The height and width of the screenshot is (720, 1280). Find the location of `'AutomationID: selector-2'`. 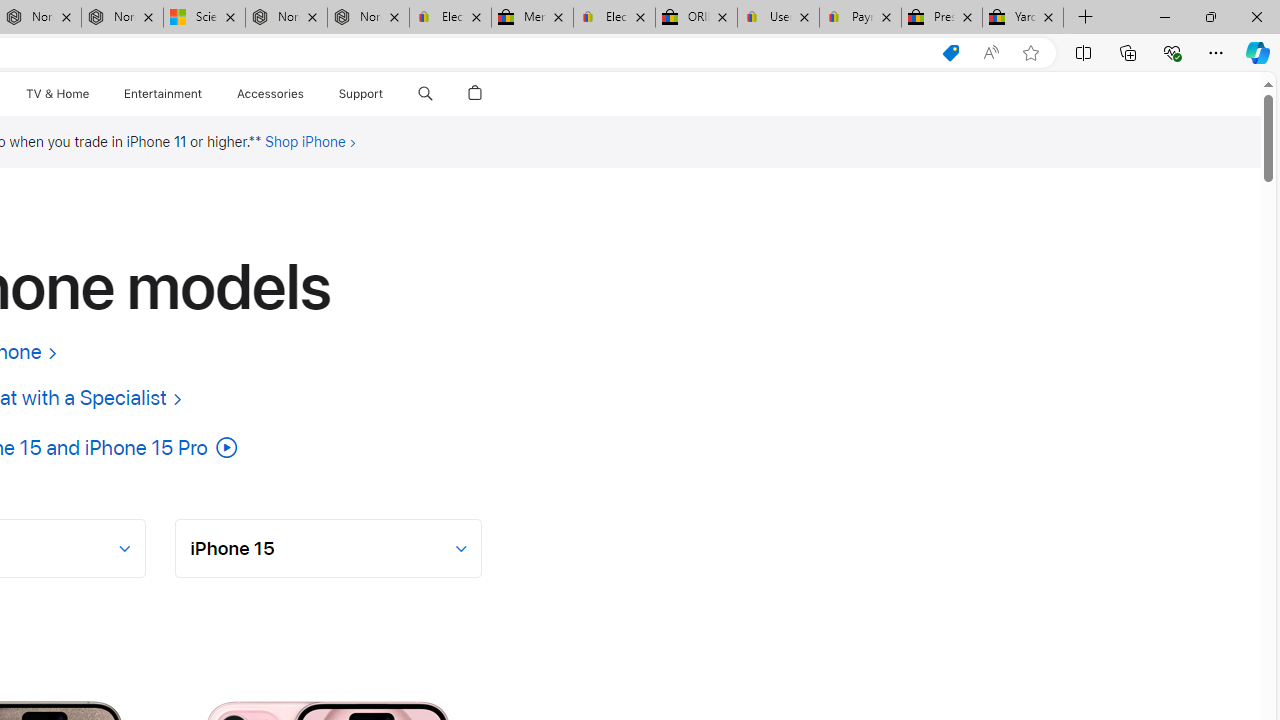

'AutomationID: selector-2' is located at coordinates (329, 547).